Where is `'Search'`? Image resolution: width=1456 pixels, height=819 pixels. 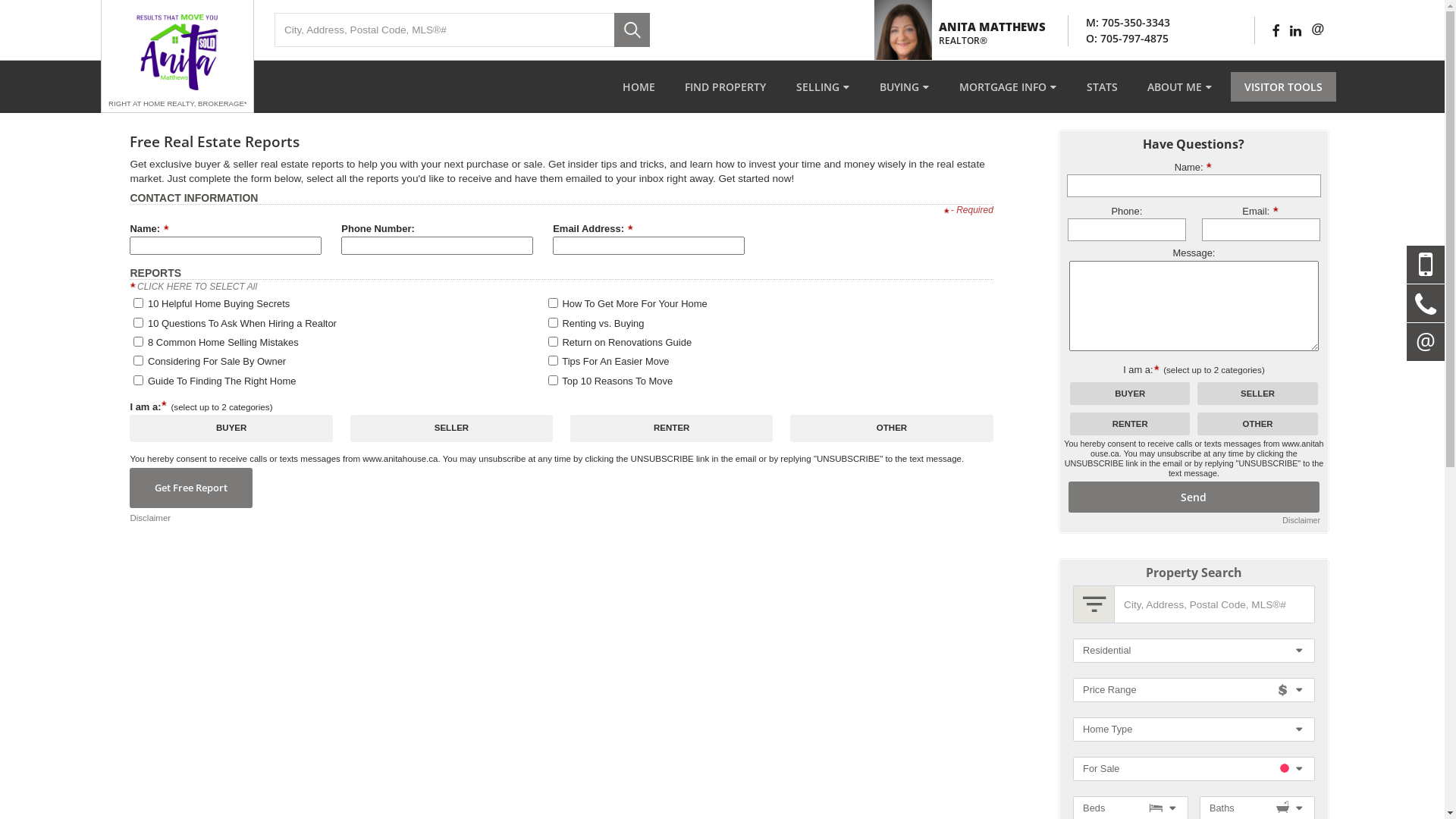 'Search' is located at coordinates (614, 30).